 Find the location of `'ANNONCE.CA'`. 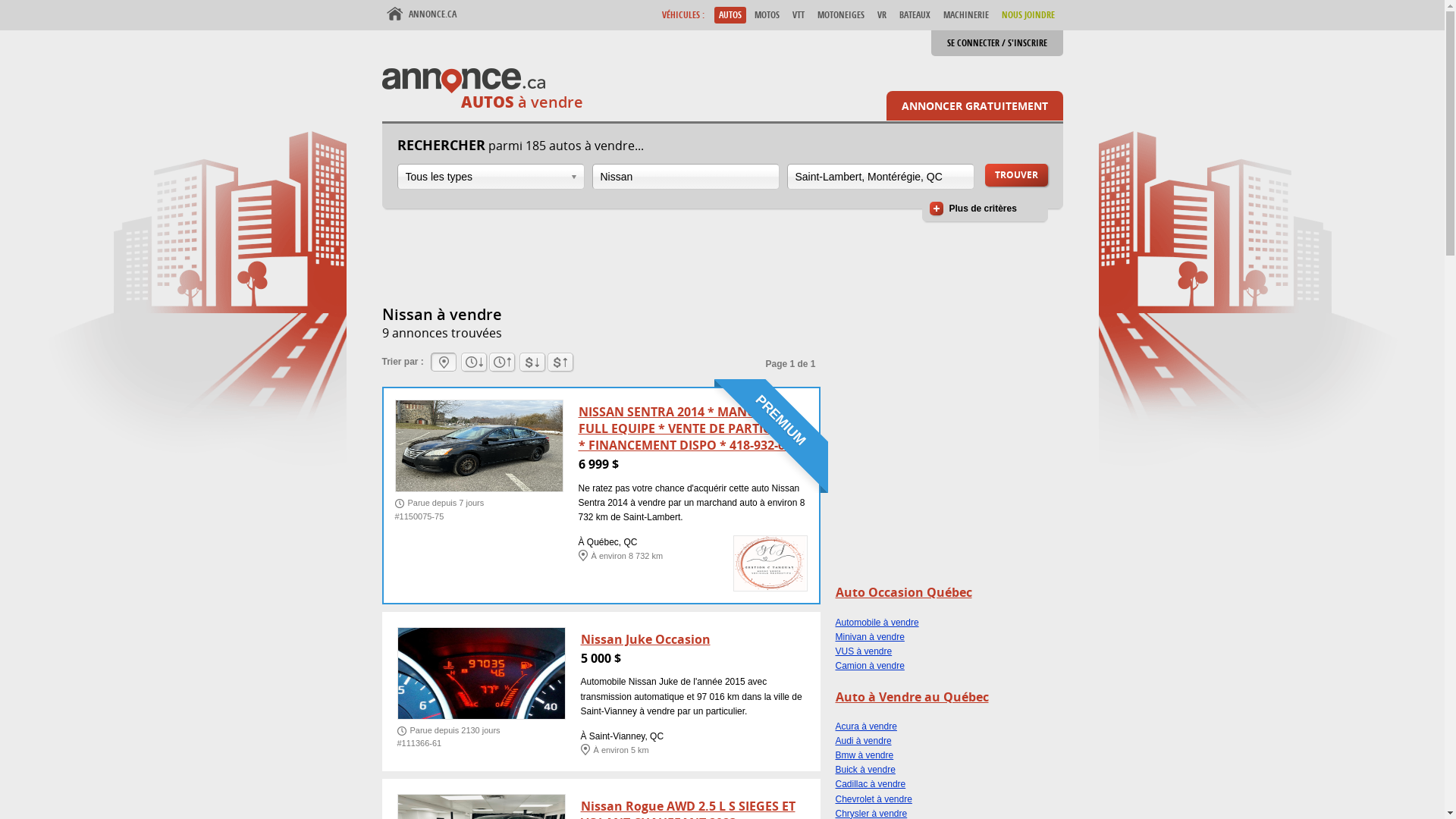

'ANNONCE.CA' is located at coordinates (422, 14).